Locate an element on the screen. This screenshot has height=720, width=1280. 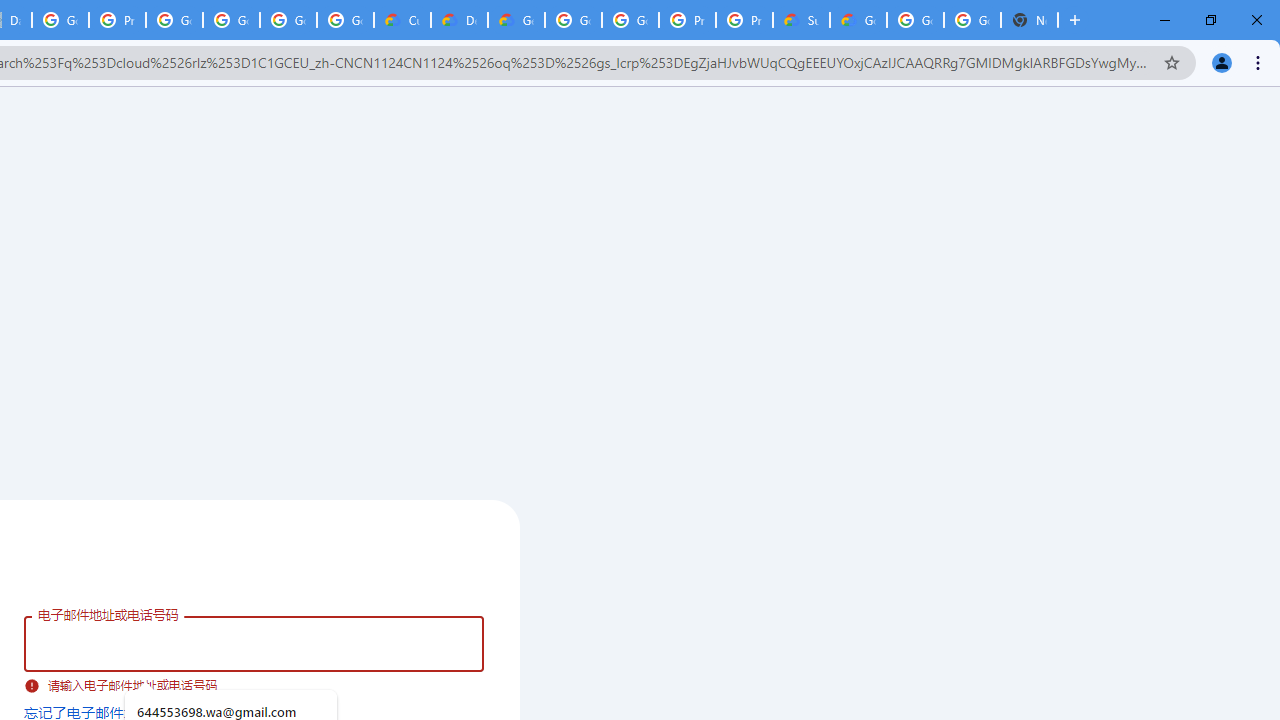
'Gemini for Business and Developers | Google Cloud' is located at coordinates (516, 20).